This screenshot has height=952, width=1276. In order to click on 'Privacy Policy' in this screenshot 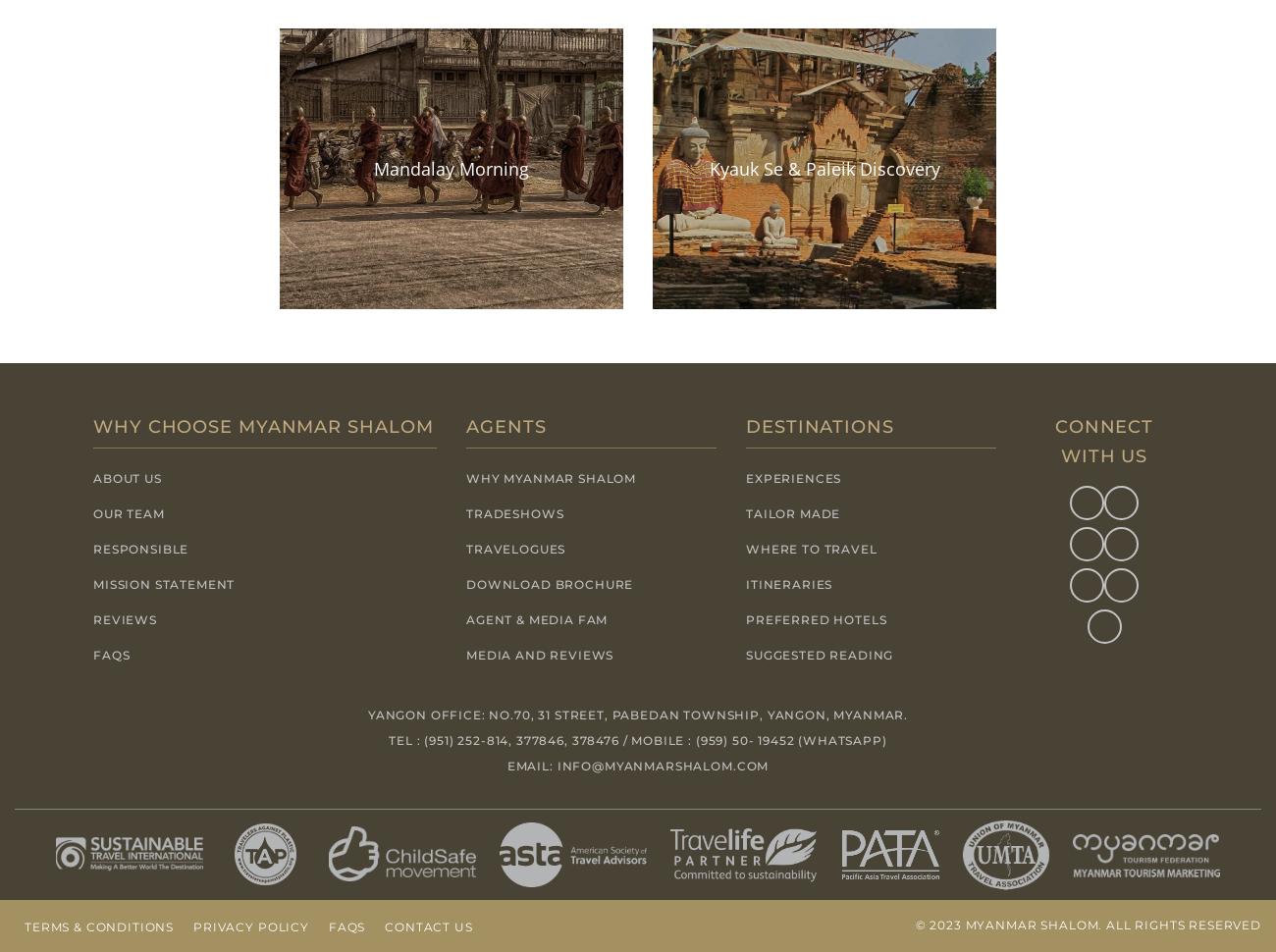, I will do `click(249, 925)`.